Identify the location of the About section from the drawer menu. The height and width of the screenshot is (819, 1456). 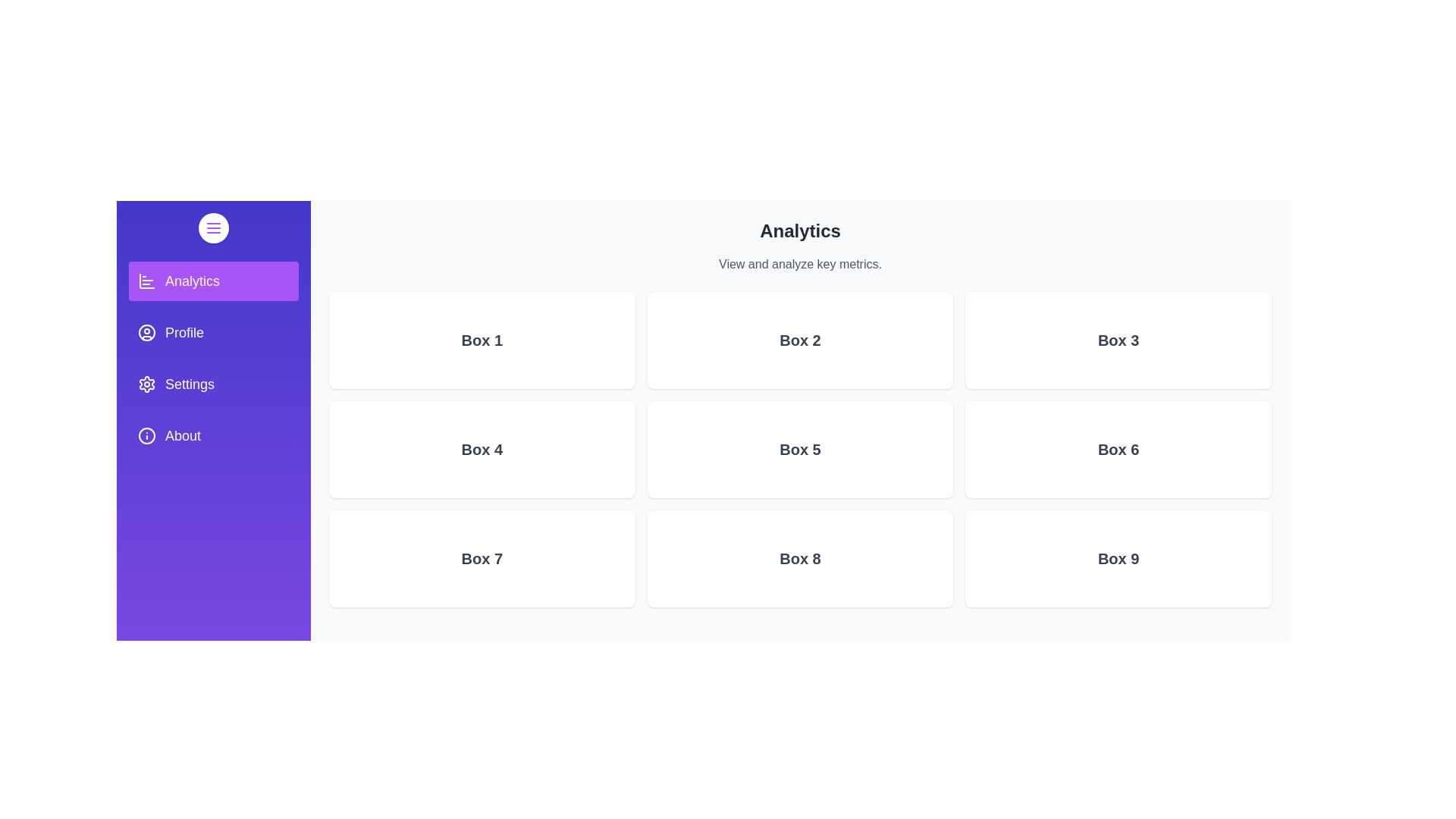
(213, 435).